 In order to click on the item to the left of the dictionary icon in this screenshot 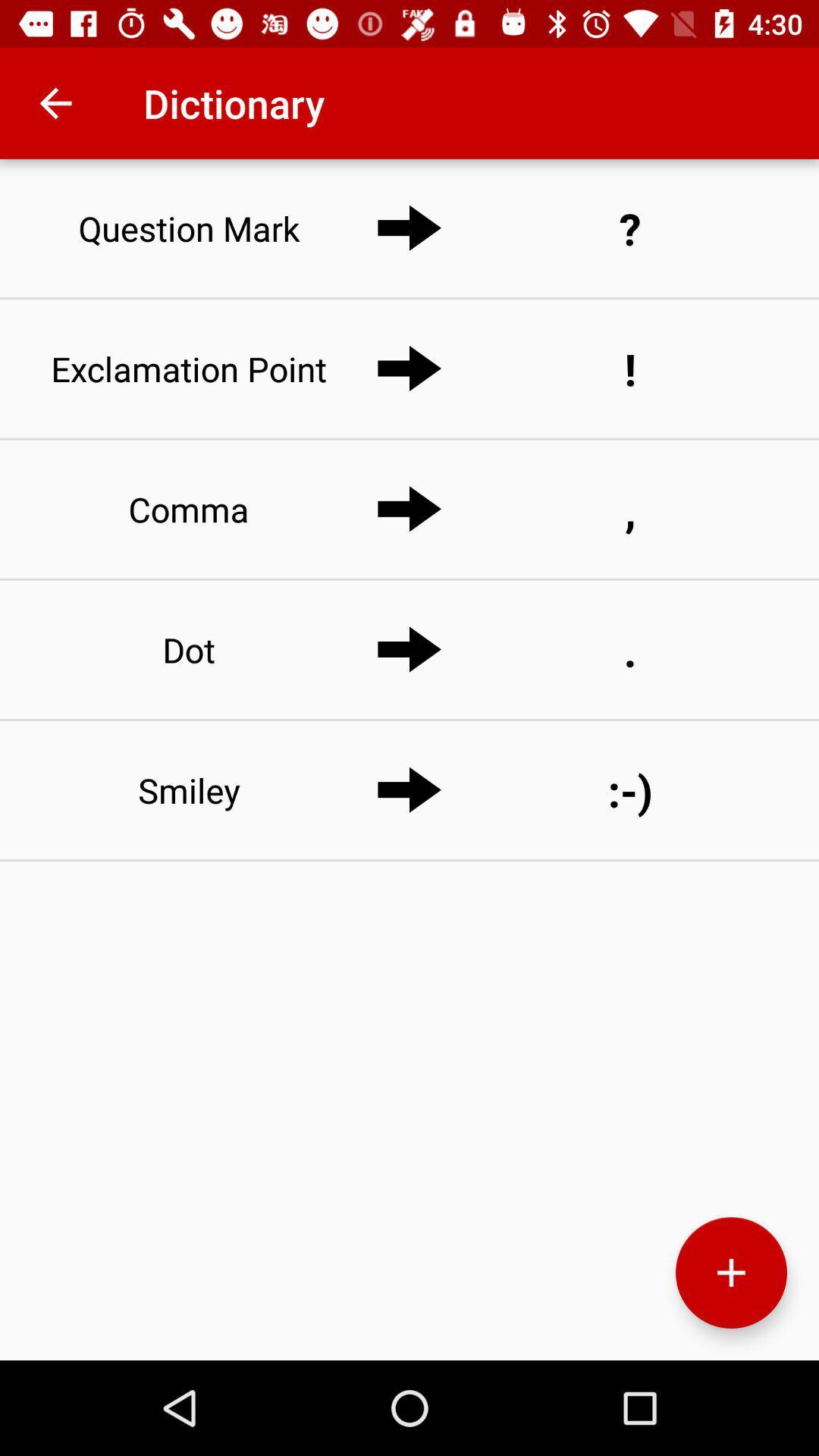, I will do `click(55, 102)`.